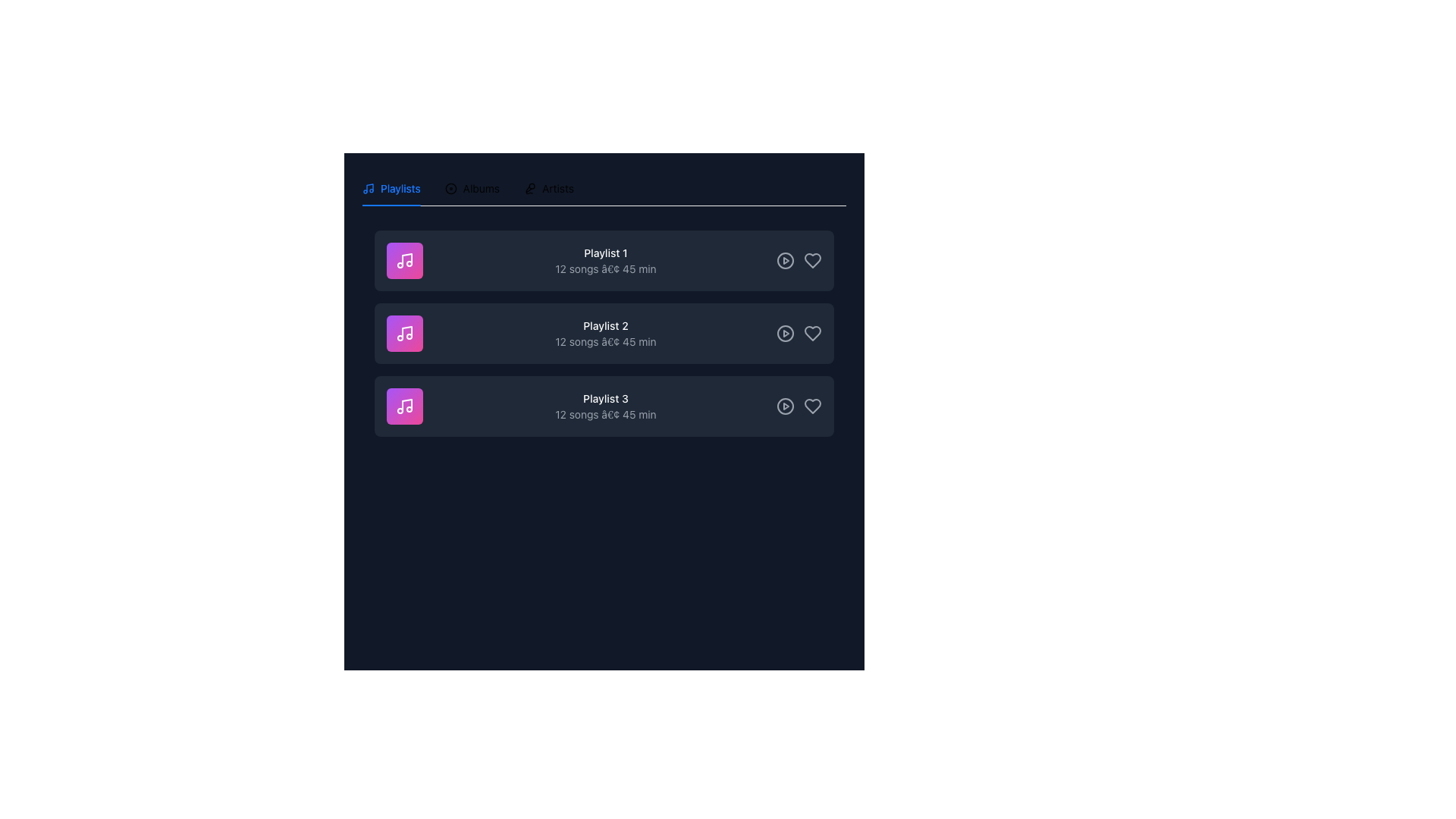 The width and height of the screenshot is (1456, 819). I want to click on the 'Playlists' icon, which is the leftmost element in the group associated with the 'Playlists' text, located near the top-left section of the interface, so click(368, 188).